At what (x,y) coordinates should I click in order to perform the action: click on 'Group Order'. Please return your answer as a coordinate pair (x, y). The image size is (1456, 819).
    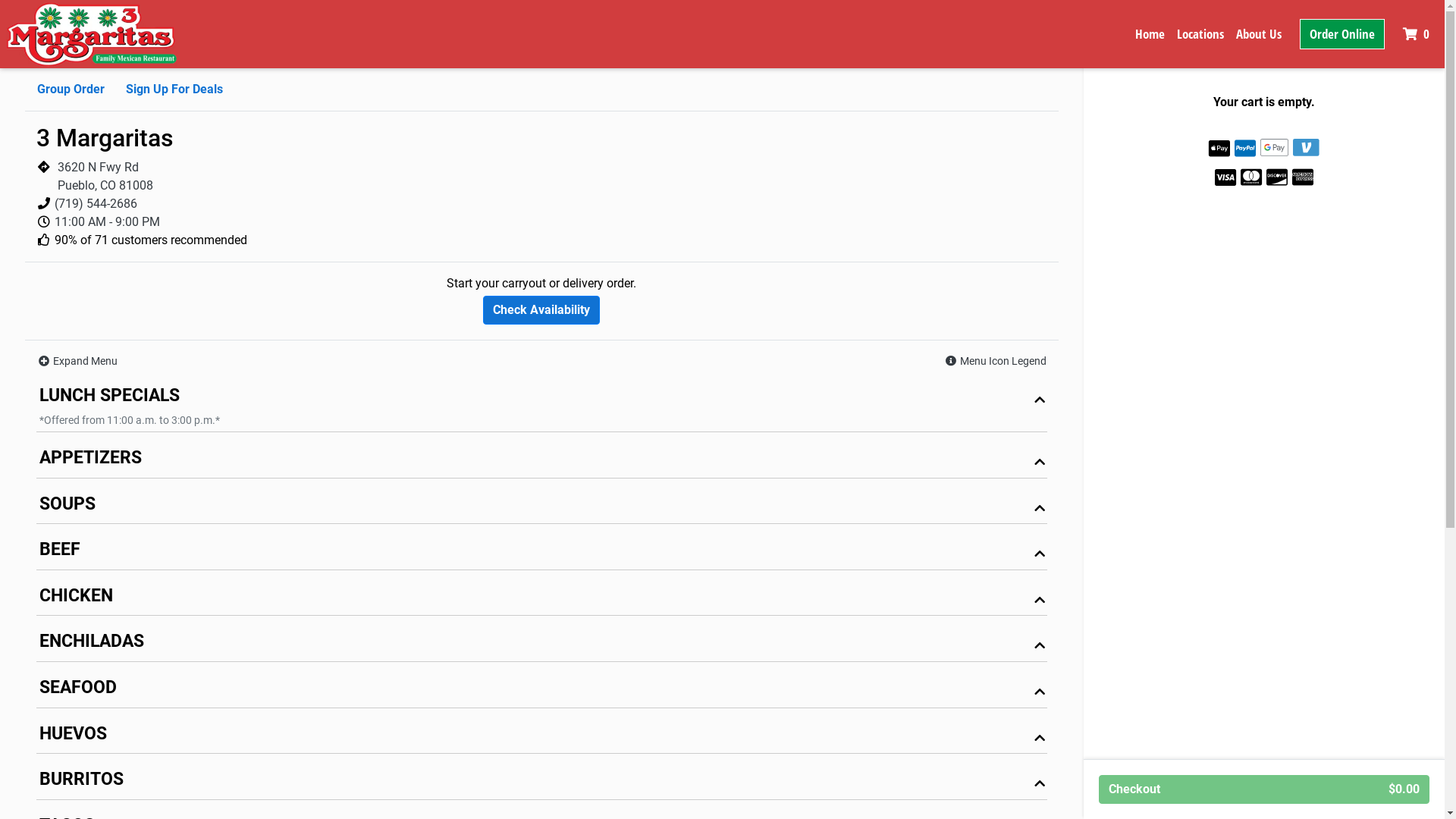
    Looking at the image, I should click on (70, 89).